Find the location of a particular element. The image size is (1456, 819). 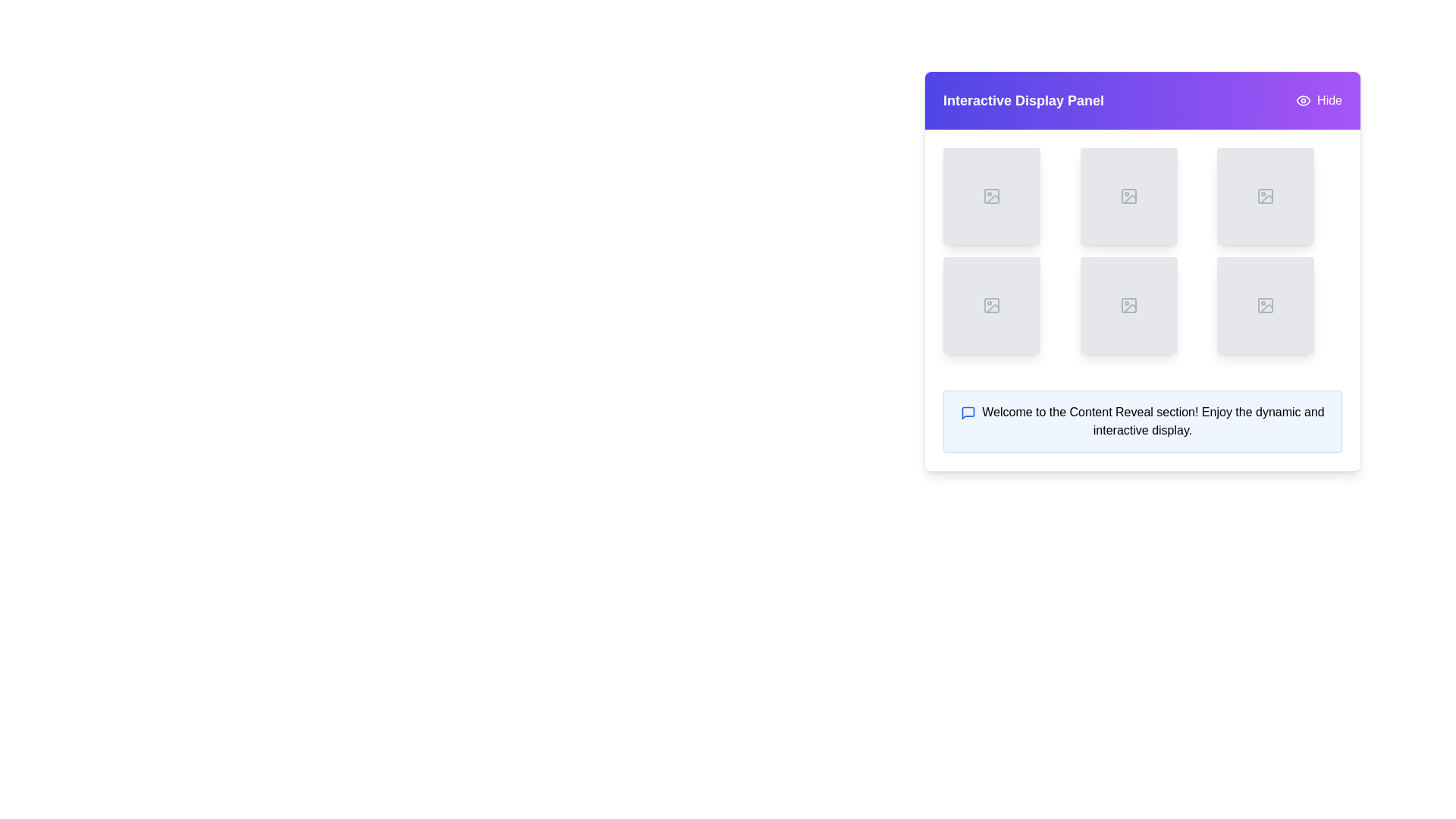

the toggle button located in the top-right corner of the 'Interactive Display Panel' header is located at coordinates (1318, 100).